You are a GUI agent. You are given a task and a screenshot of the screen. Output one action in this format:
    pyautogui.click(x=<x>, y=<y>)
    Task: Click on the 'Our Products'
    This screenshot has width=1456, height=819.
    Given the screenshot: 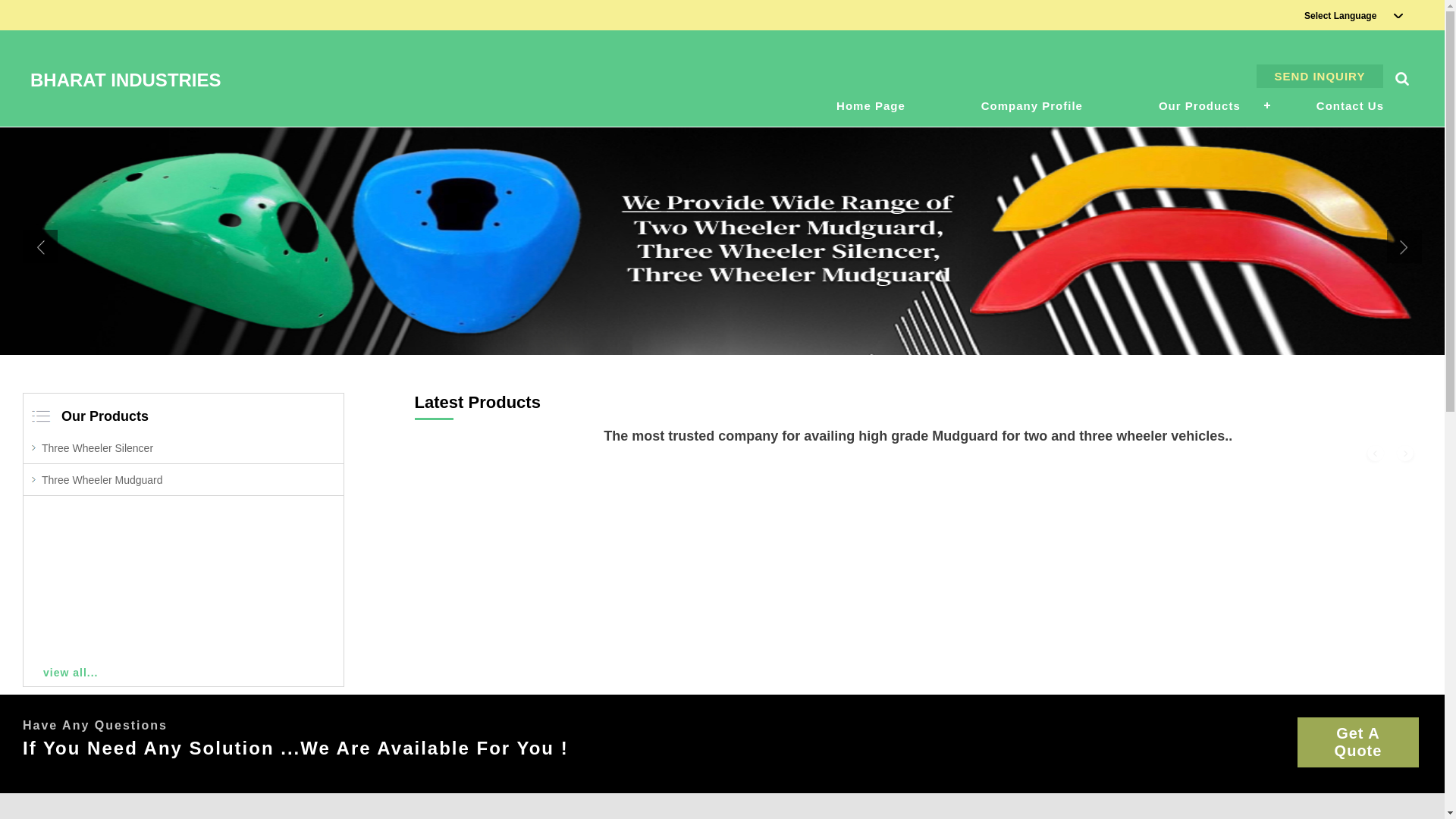 What is the action you would take?
    pyautogui.click(x=104, y=416)
    